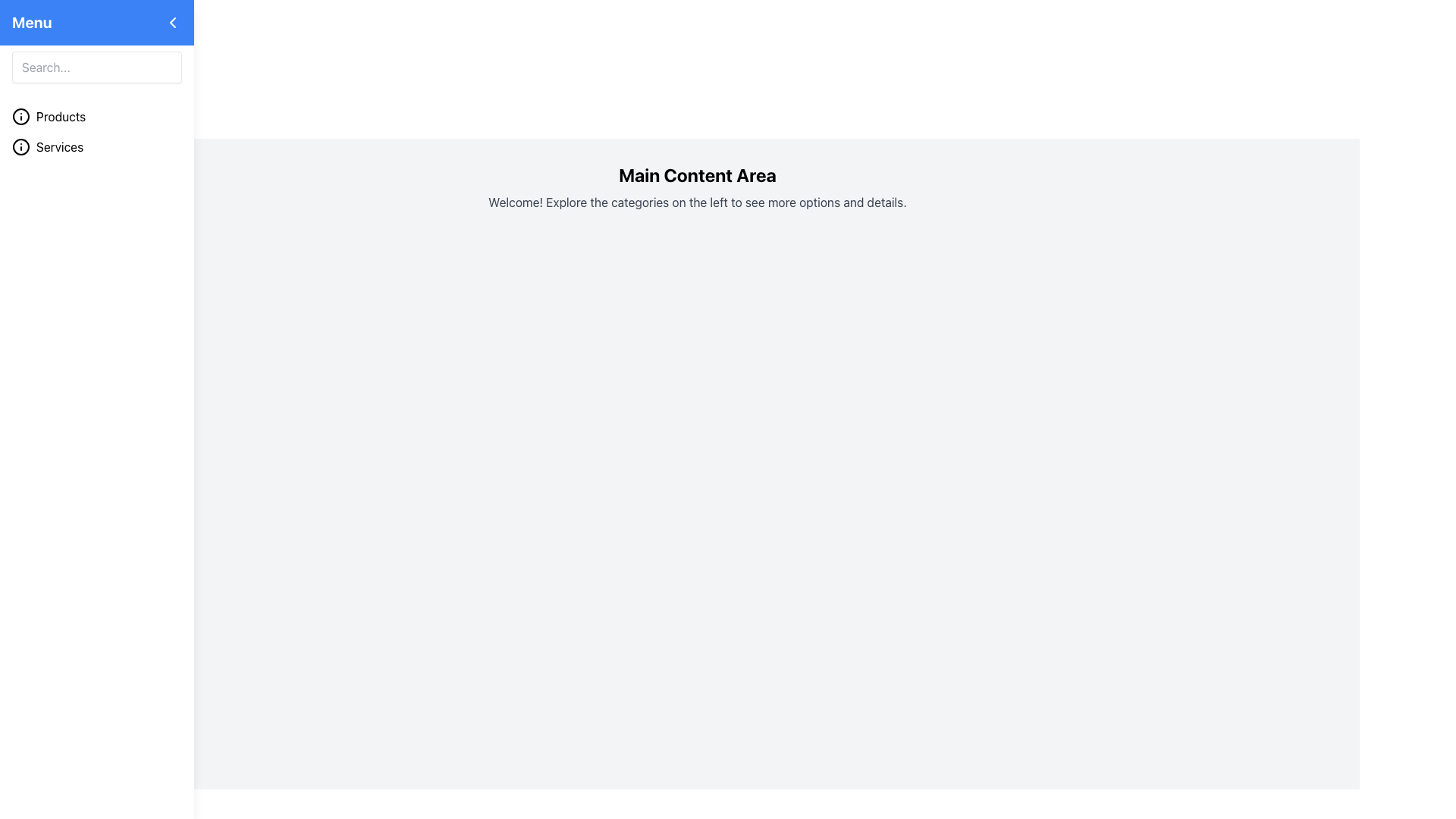  What do you see at coordinates (21, 146) in the screenshot?
I see `the circular icon with a stroked outline and a vertical line inside, located next to the 'Services' text in the left-hand menu` at bounding box center [21, 146].